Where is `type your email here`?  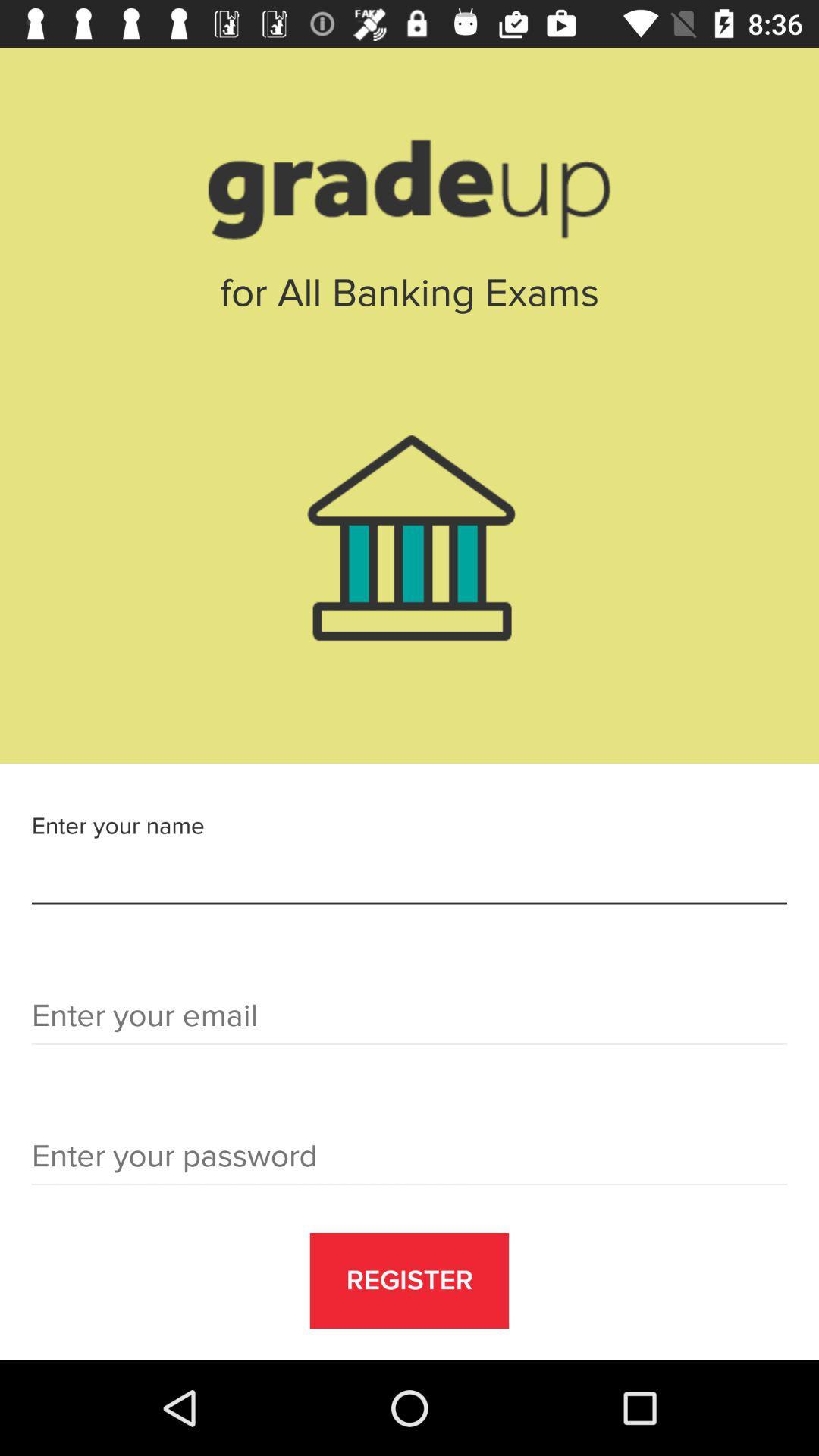
type your email here is located at coordinates (409, 1021).